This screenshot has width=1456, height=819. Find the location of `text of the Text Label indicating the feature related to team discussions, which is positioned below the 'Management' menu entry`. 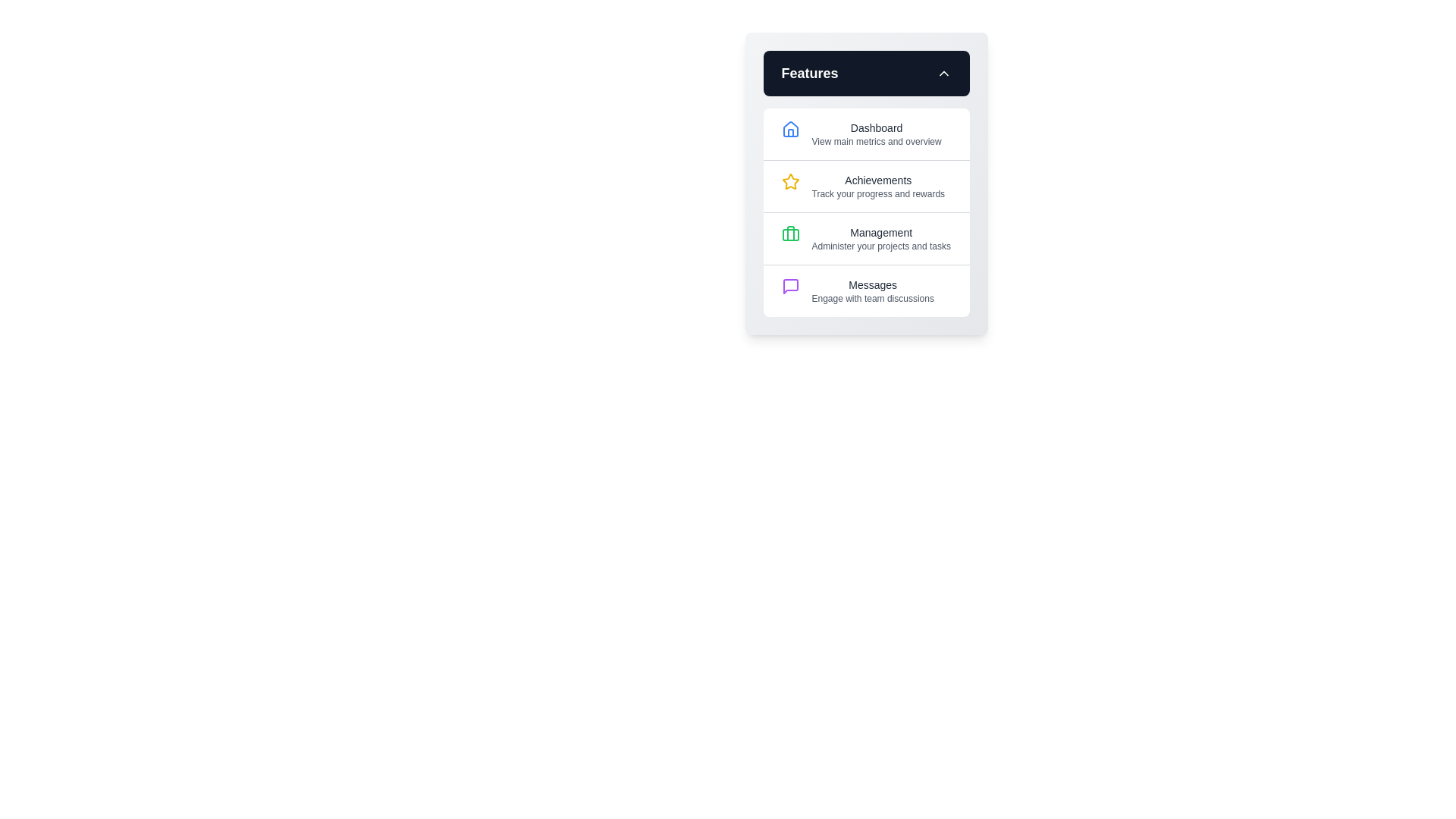

text of the Text Label indicating the feature related to team discussions, which is positioned below the 'Management' menu entry is located at coordinates (873, 284).